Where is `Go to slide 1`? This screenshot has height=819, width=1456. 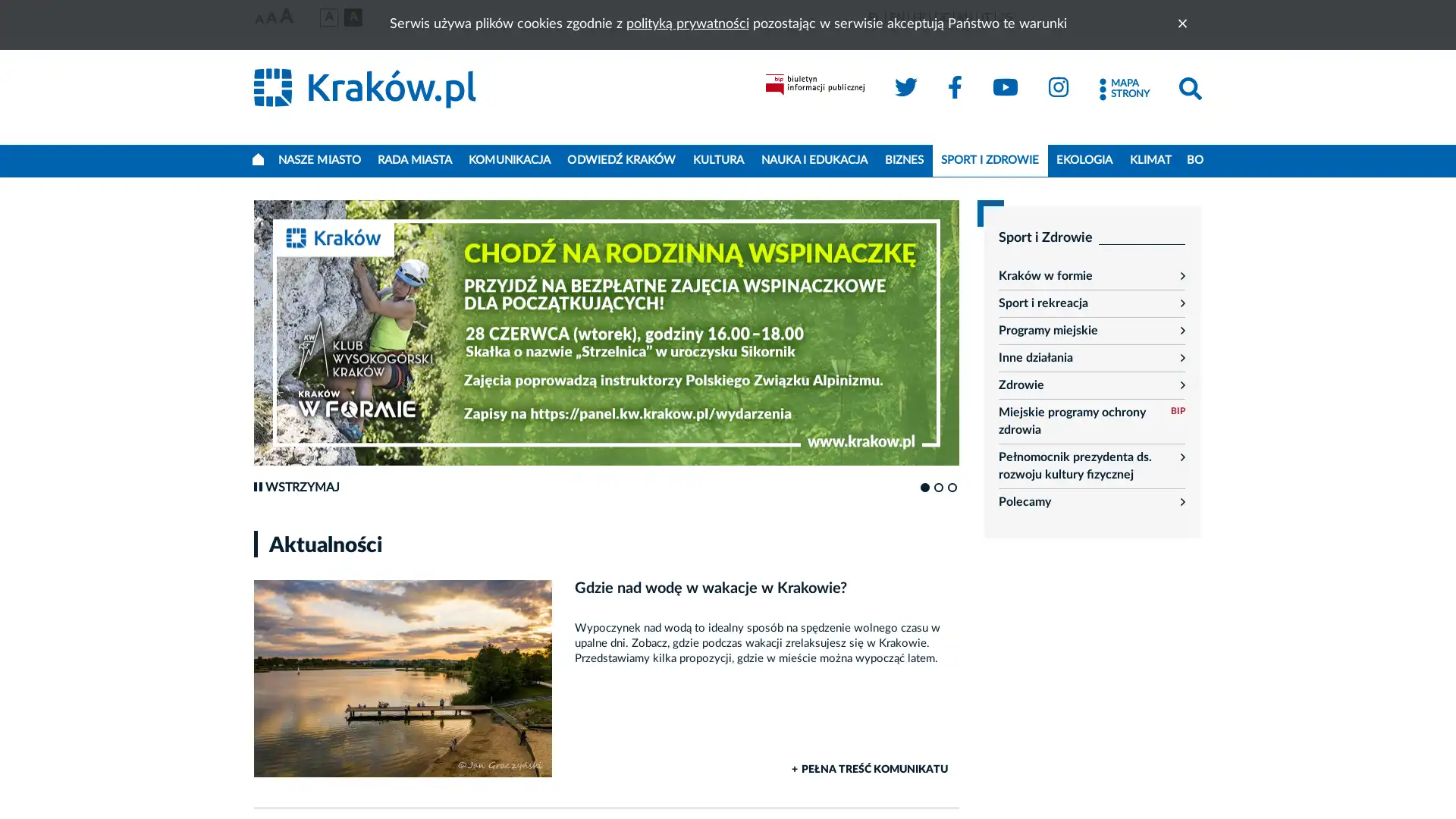
Go to slide 1 is located at coordinates (924, 488).